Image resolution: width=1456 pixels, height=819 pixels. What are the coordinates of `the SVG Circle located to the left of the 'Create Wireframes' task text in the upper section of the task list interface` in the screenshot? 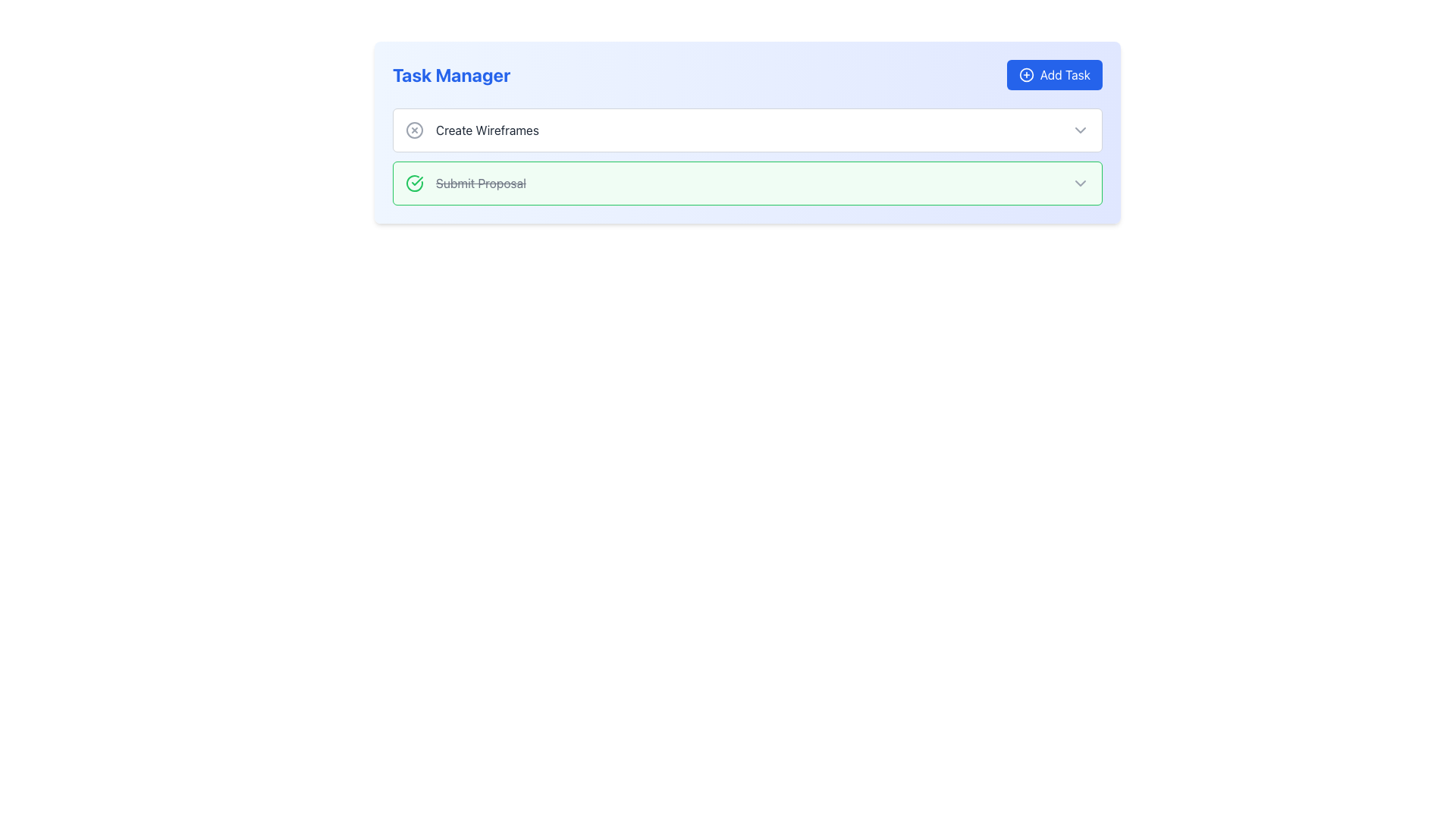 It's located at (415, 130).